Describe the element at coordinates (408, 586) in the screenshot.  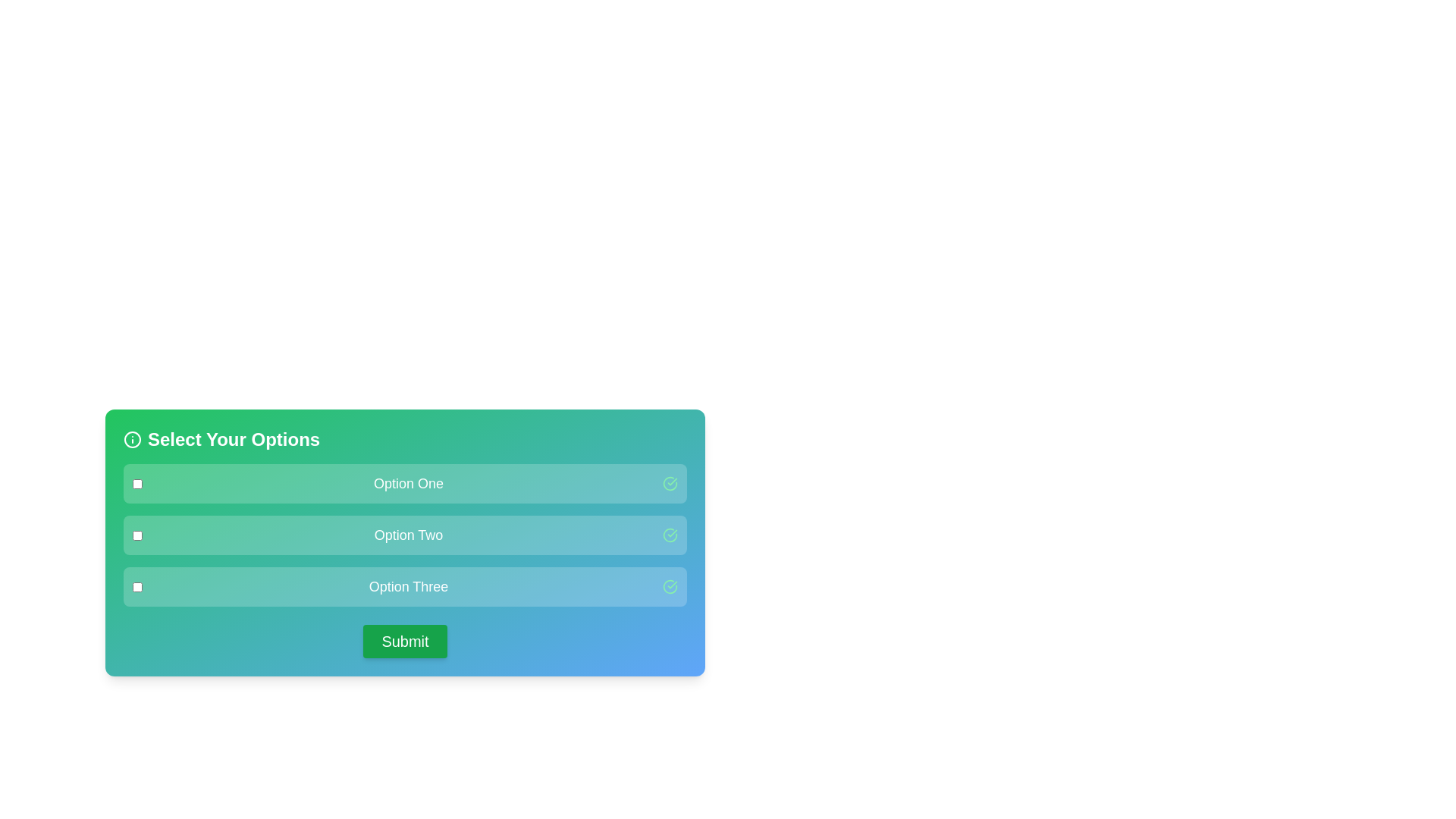
I see `the label of the option Option Three` at that location.